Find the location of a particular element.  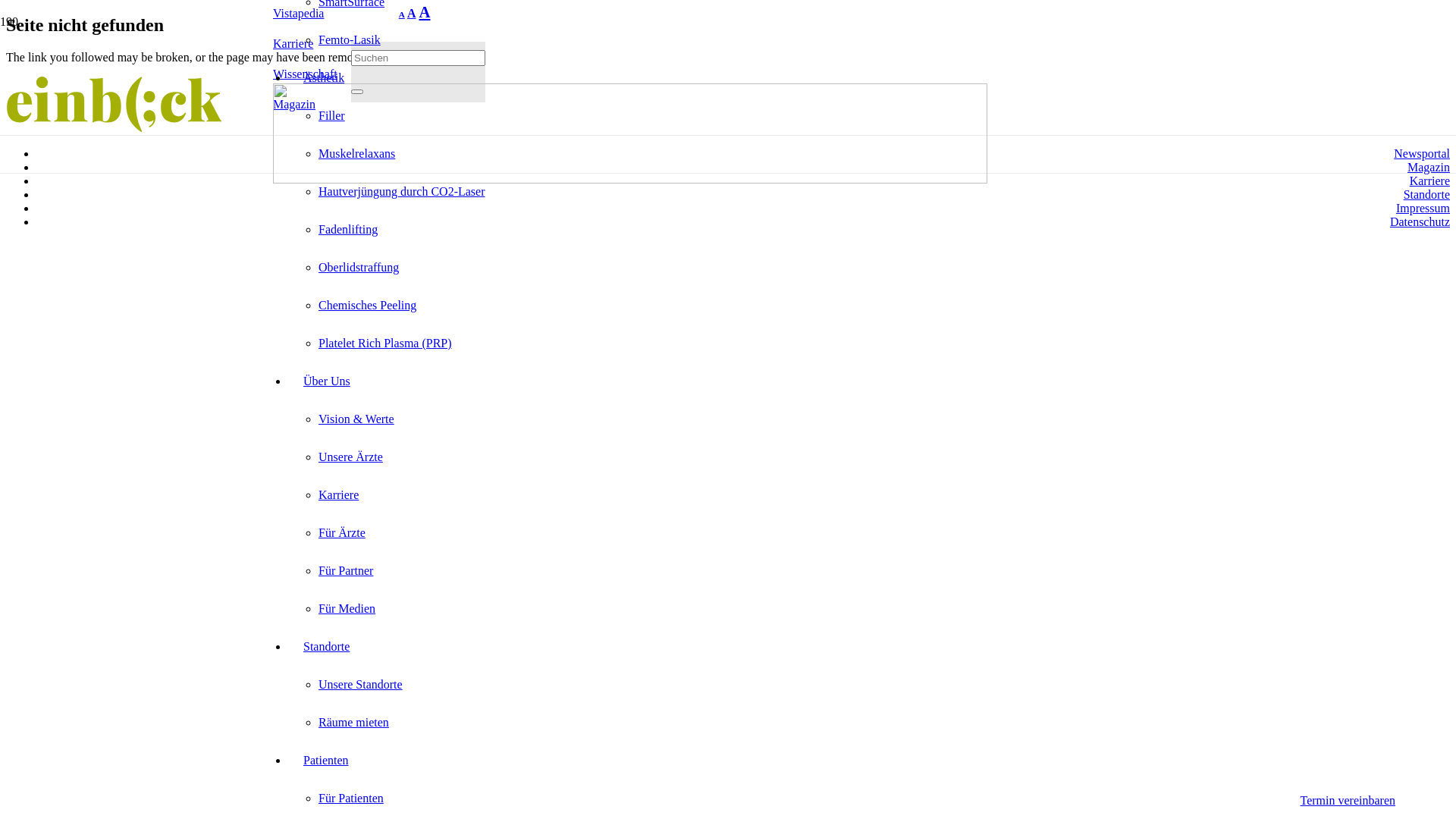

'A' is located at coordinates (399, 14).